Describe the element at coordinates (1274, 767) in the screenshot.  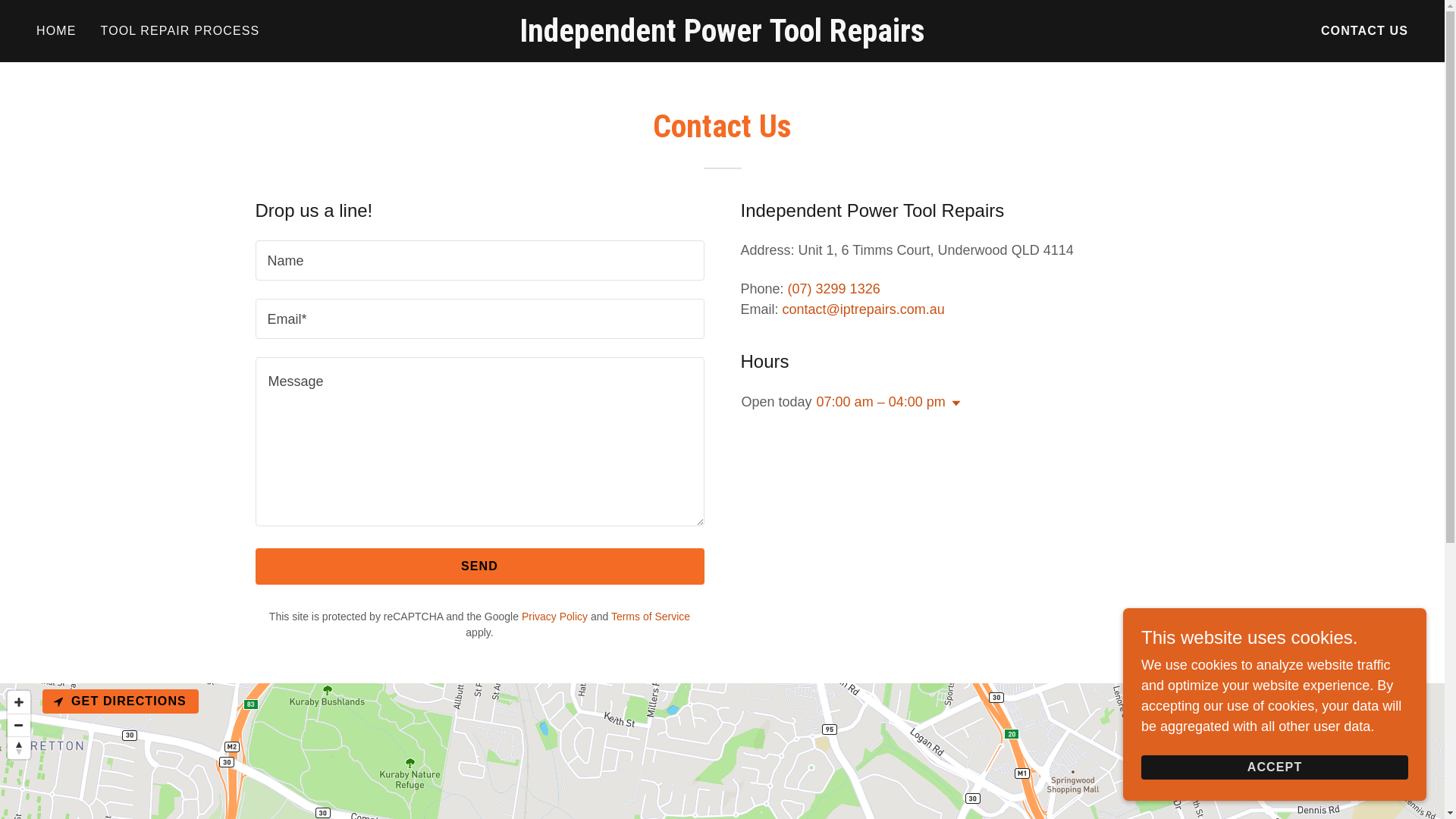
I see `'ACCEPT'` at that location.